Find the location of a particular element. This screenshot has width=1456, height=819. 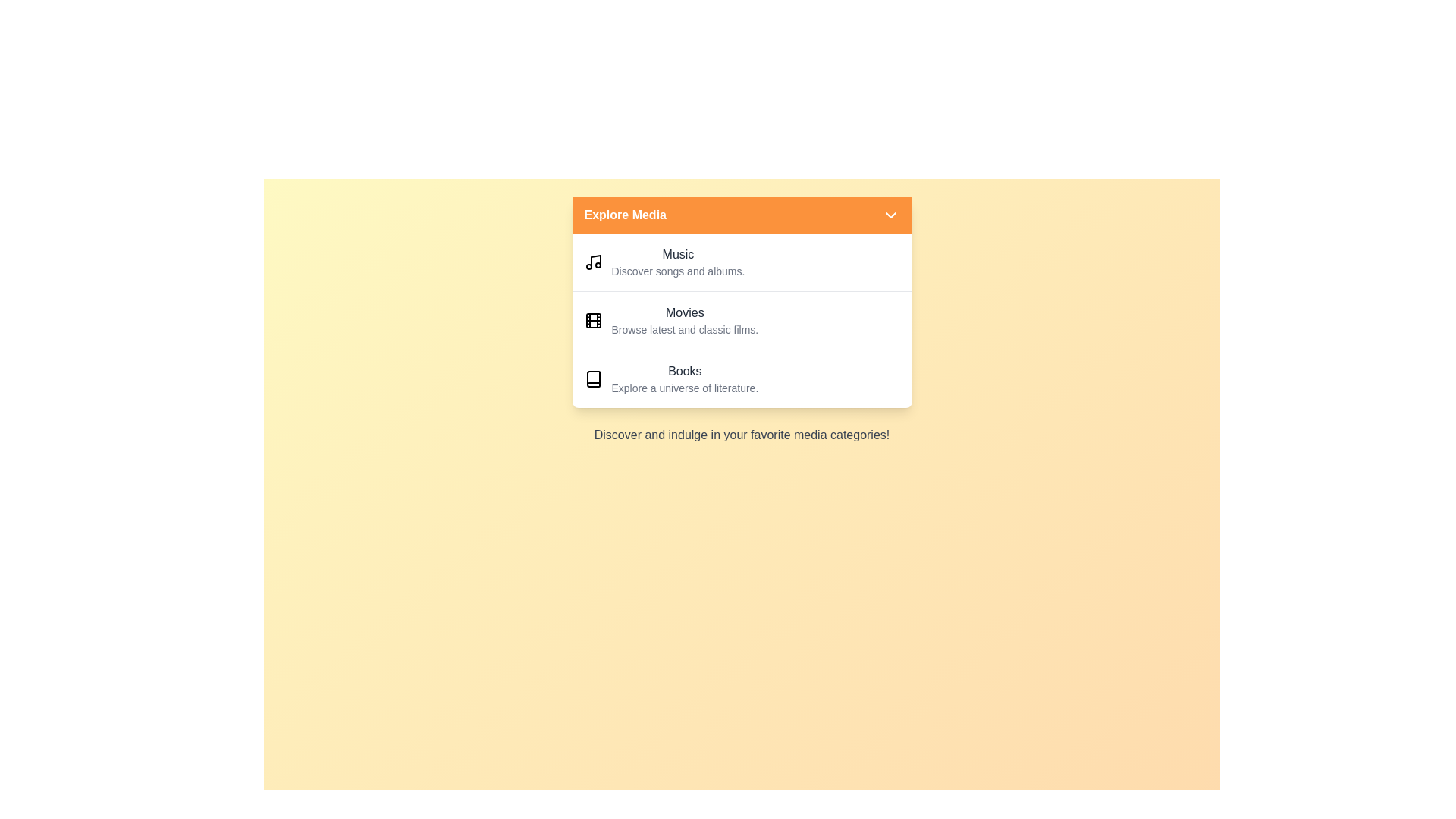

the media category Movies by clicking on its corresponding list item is located at coordinates (742, 319).